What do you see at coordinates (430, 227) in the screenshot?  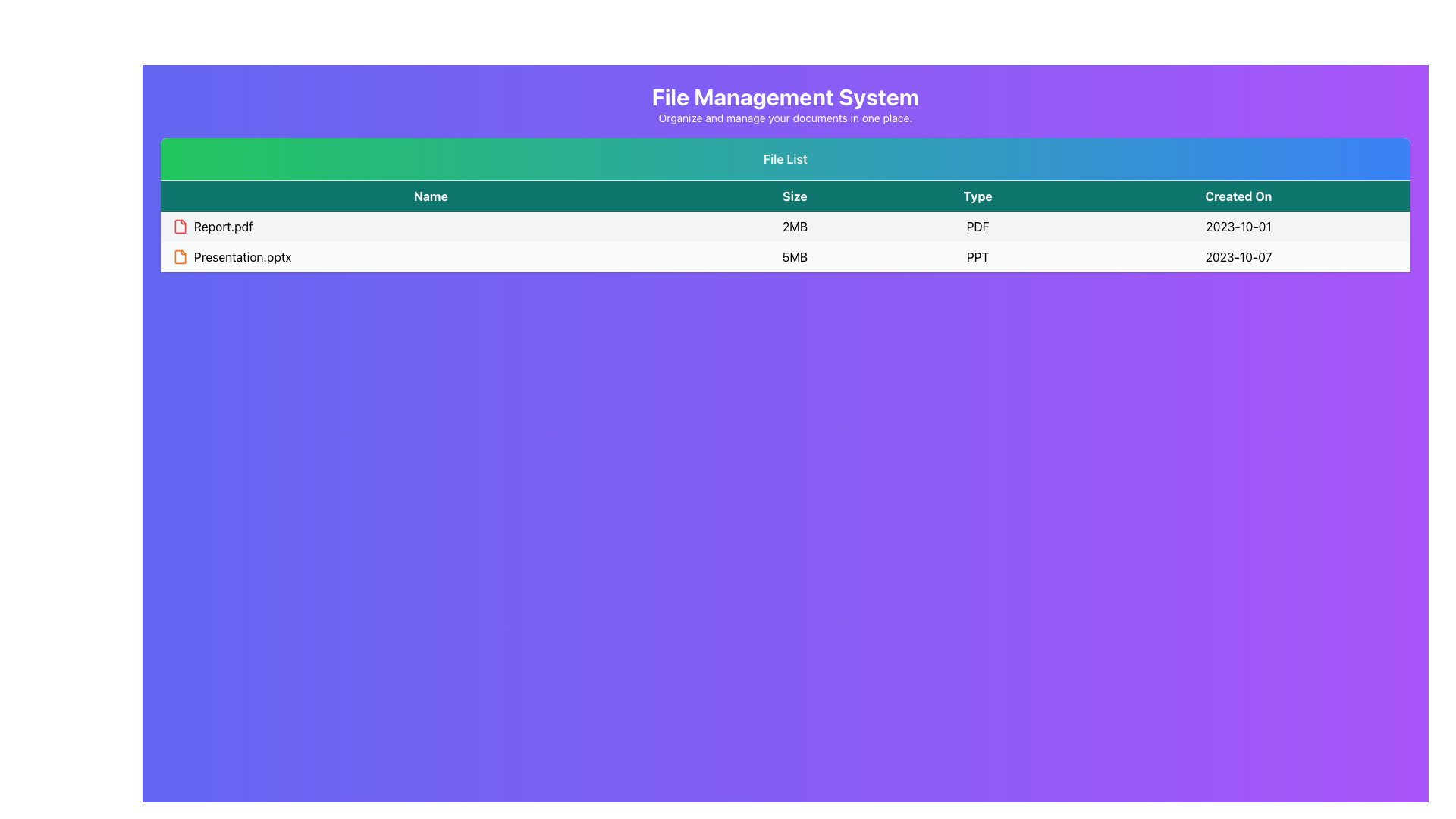 I see `the static text label displaying the filename 'Report.pdf' with a red document icon, located in the first column of the file management table` at bounding box center [430, 227].